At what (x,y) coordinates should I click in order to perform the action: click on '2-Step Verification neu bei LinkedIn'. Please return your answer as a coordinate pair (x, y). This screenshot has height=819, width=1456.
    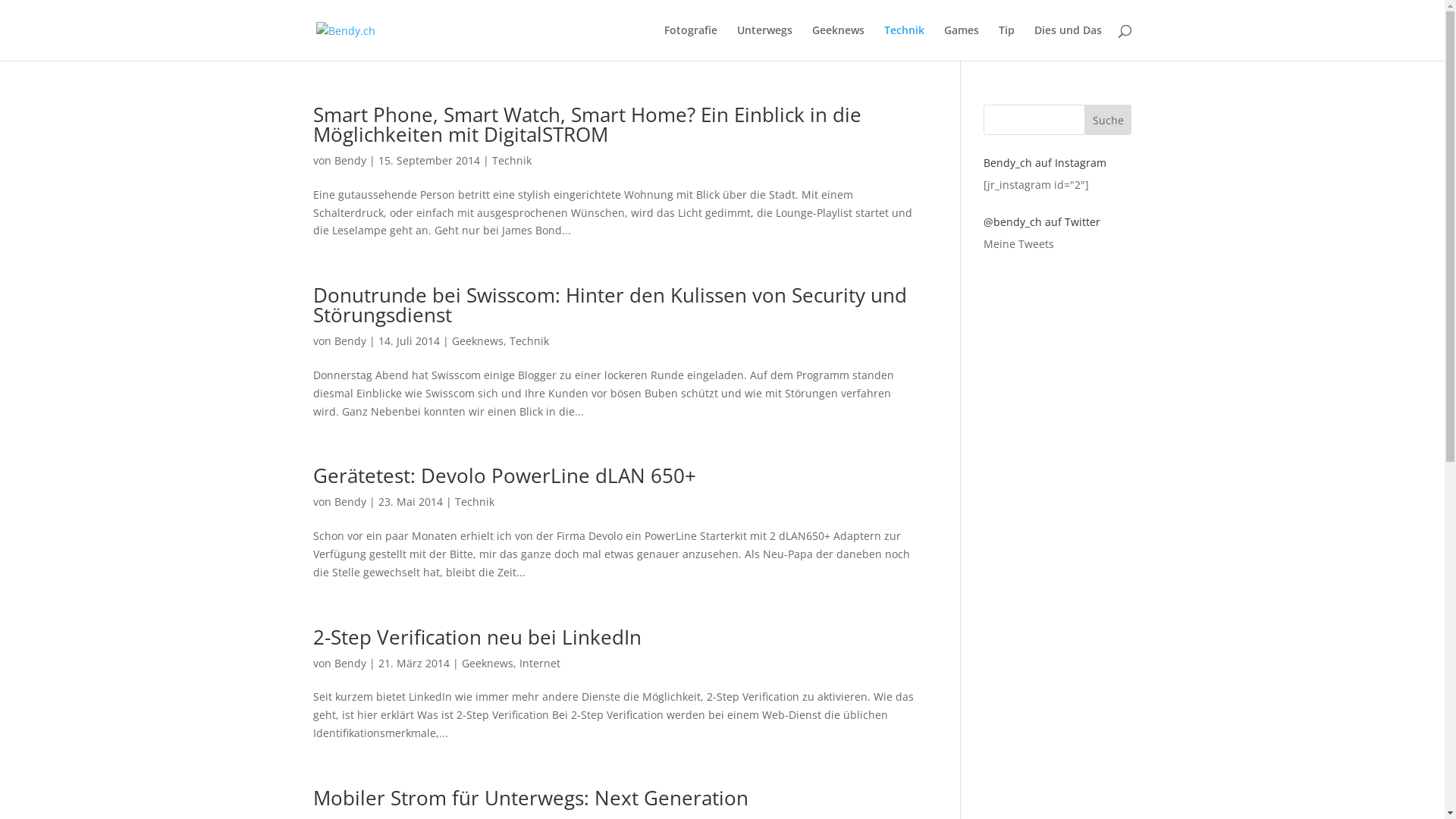
    Looking at the image, I should click on (475, 637).